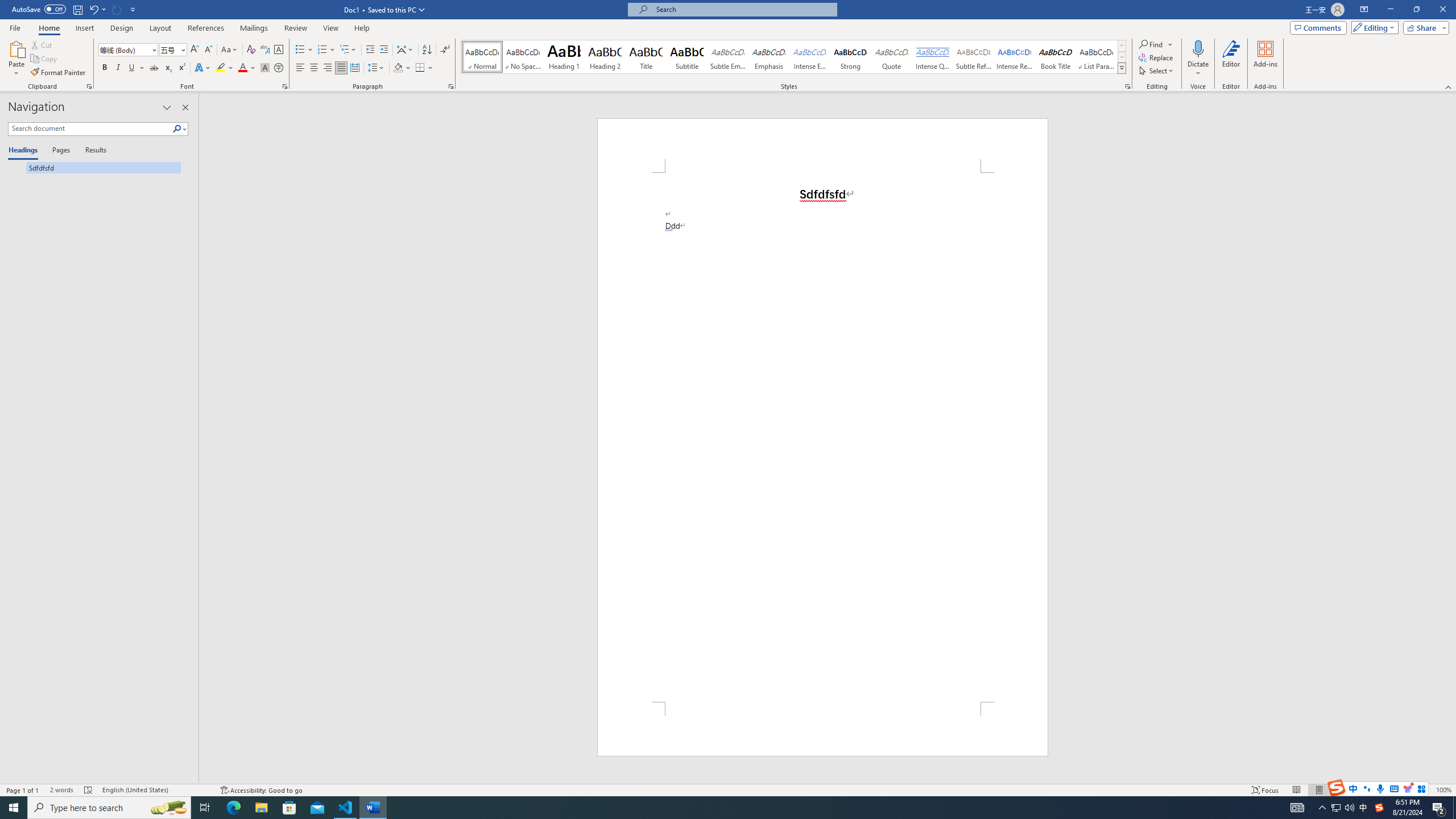 The height and width of the screenshot is (819, 1456). What do you see at coordinates (131, 67) in the screenshot?
I see `'Underline'` at bounding box center [131, 67].